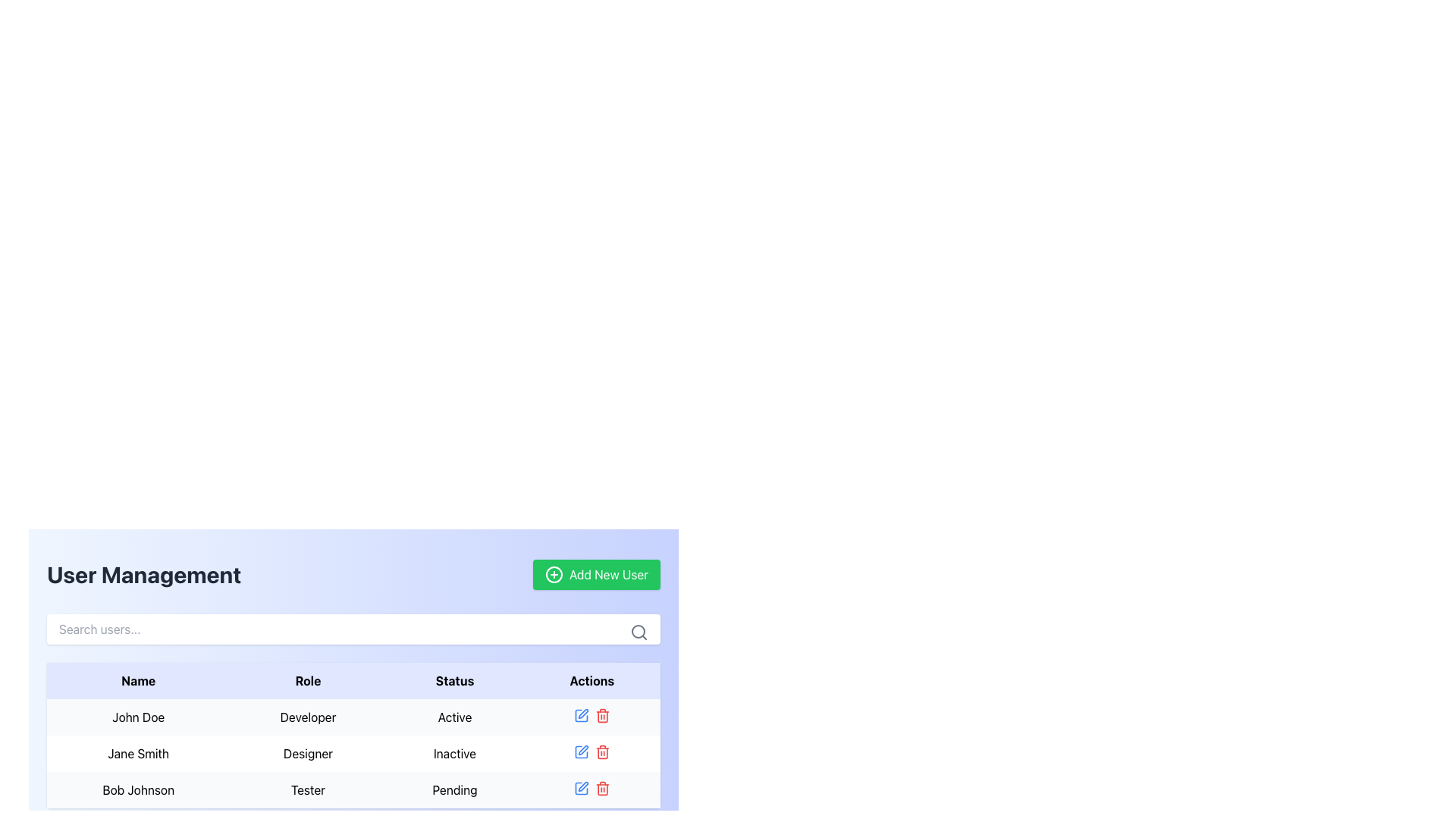 The height and width of the screenshot is (819, 1456). I want to click on the editing icon for 'Bob Johnson' in the Actions column, so click(582, 786).